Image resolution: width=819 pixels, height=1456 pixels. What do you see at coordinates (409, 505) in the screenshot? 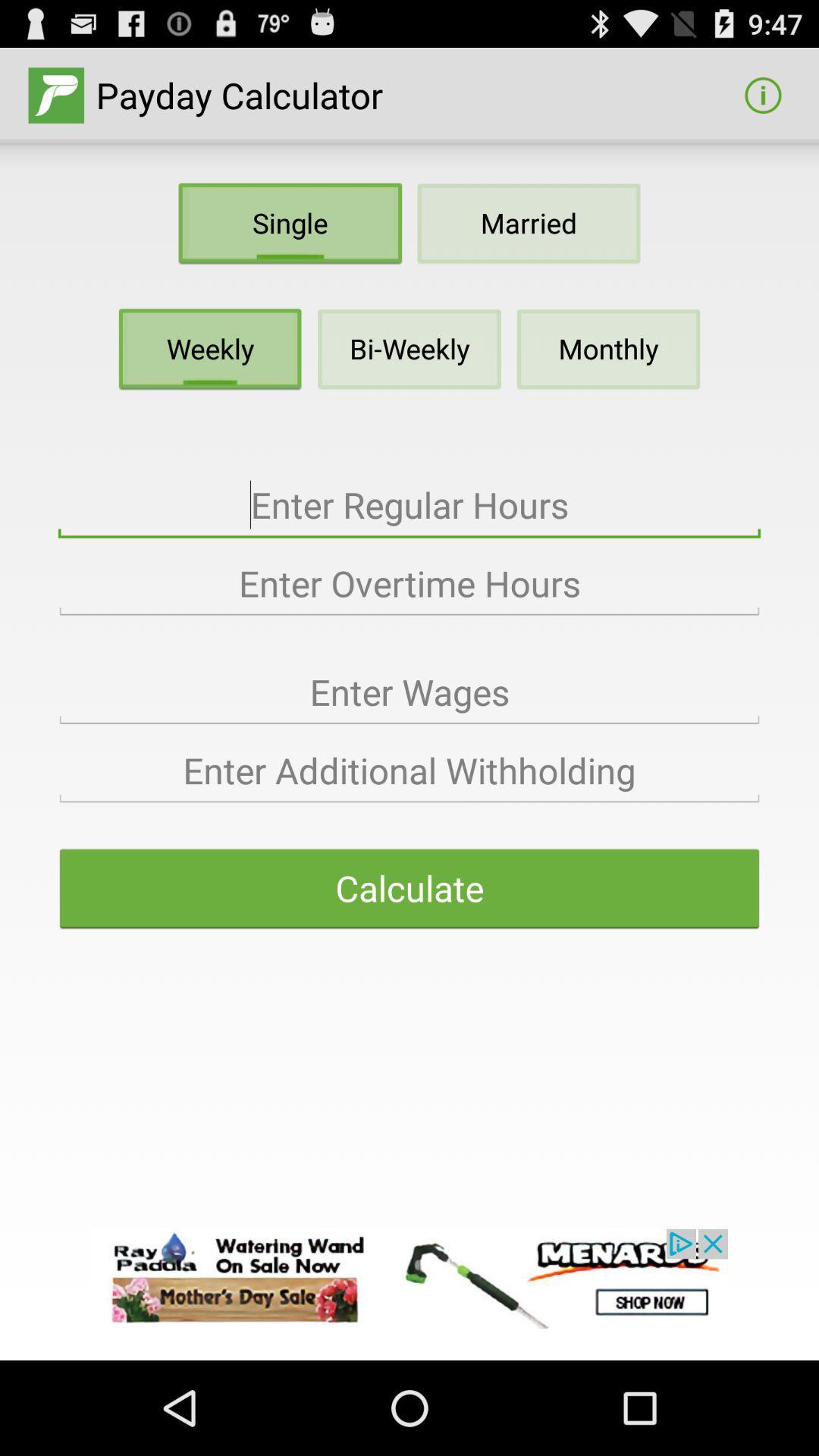
I see `regular hours` at bounding box center [409, 505].